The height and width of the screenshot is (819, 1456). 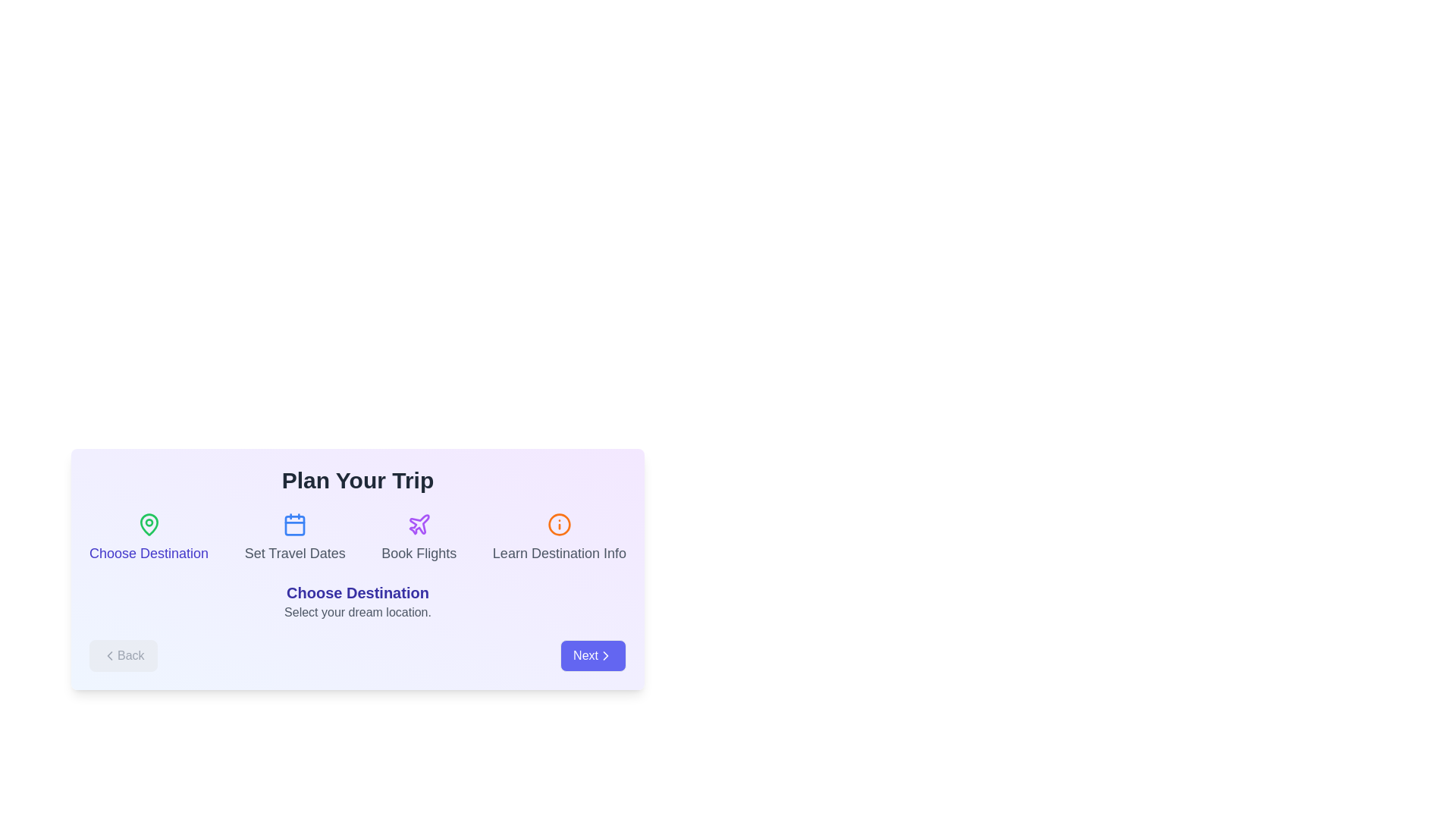 What do you see at coordinates (295, 523) in the screenshot?
I see `the calendar icon located directly above the text 'Set Travel Dates', which allows users to select or review travel dates` at bounding box center [295, 523].